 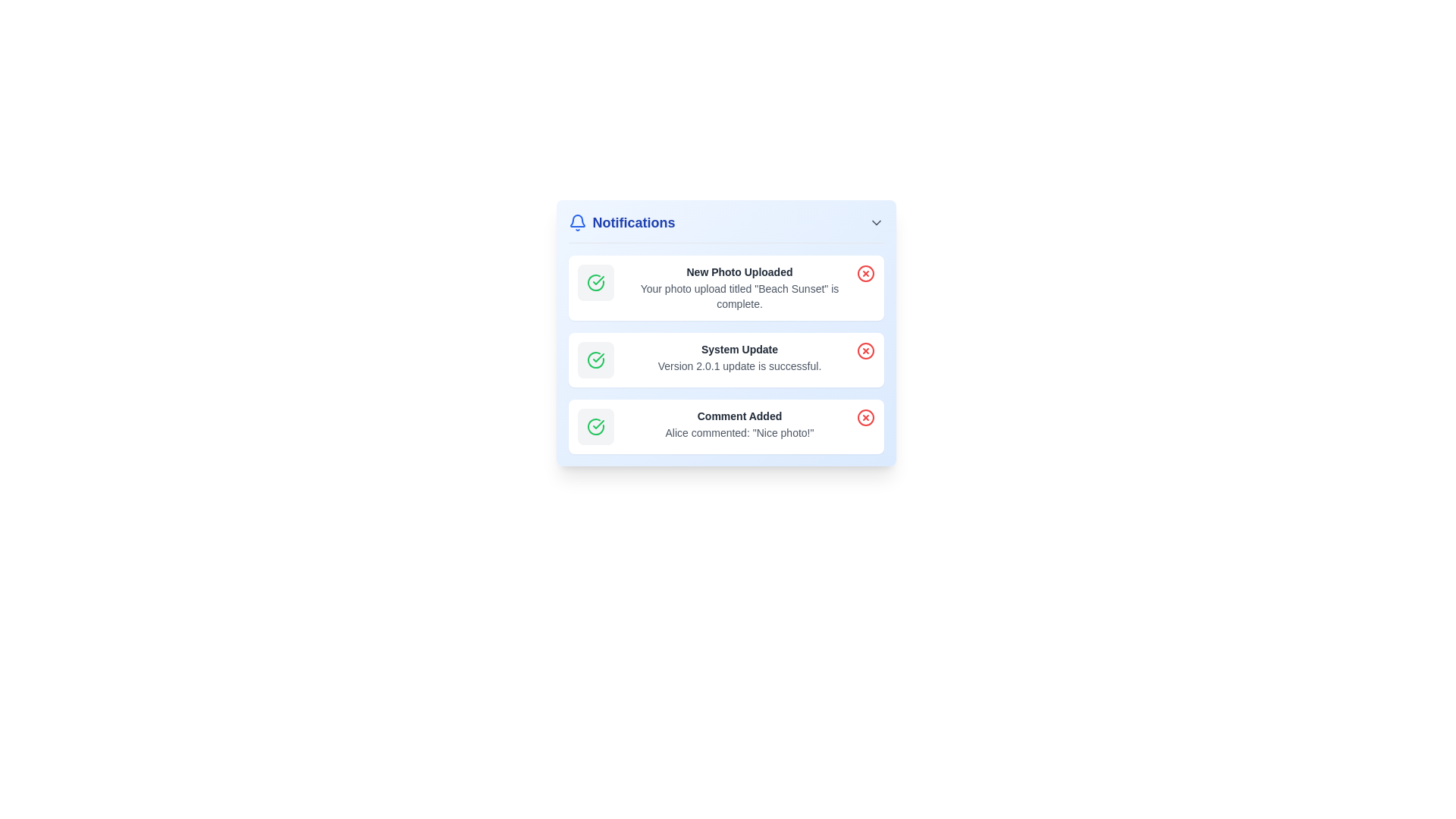 What do you see at coordinates (633, 222) in the screenshot?
I see `the Text label indicating the notifications section, which is positioned at the top-left corner of the notification card, adjacent to a bell icon` at bounding box center [633, 222].